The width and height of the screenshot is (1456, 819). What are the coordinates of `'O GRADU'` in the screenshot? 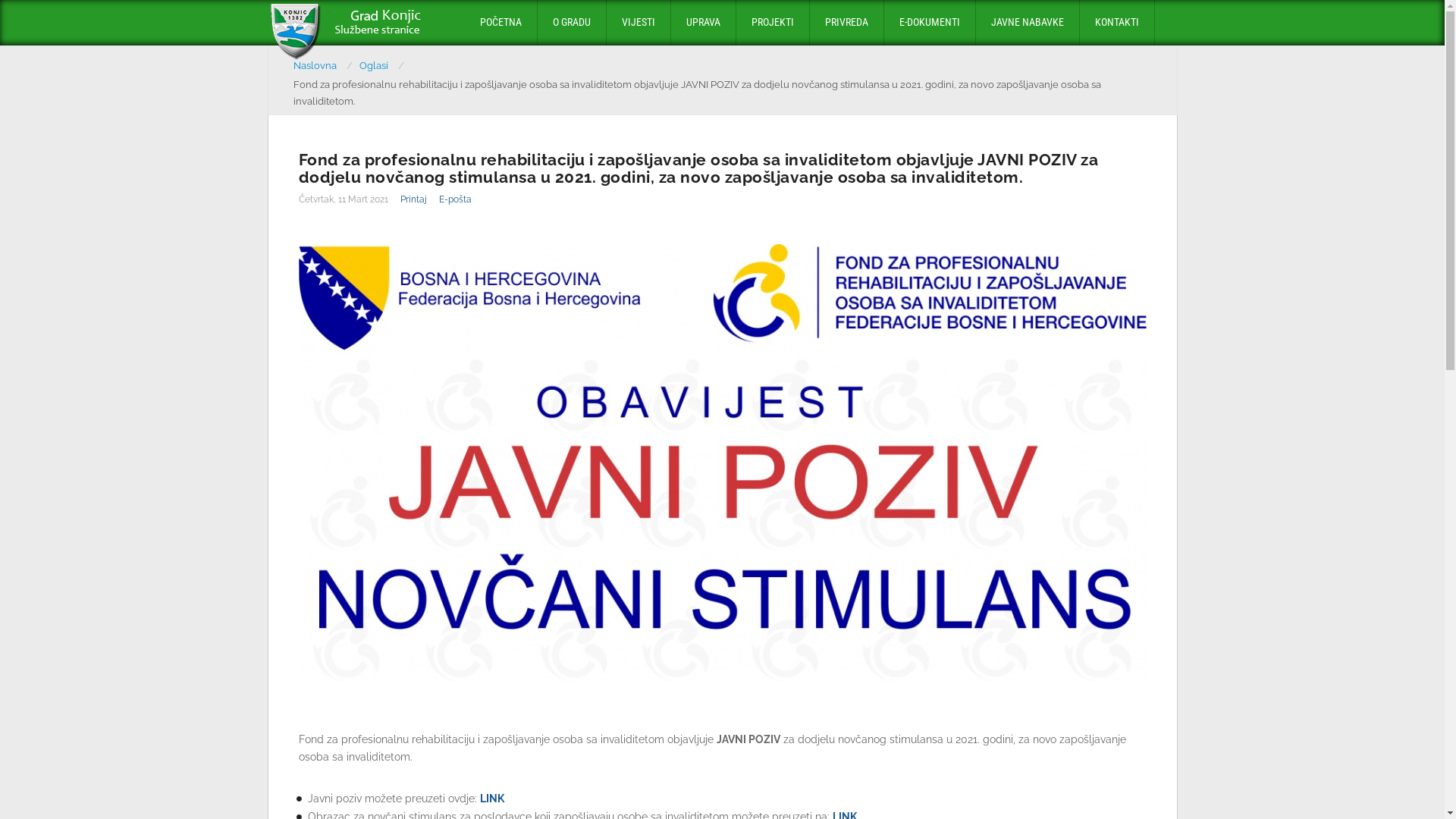 It's located at (570, 23).